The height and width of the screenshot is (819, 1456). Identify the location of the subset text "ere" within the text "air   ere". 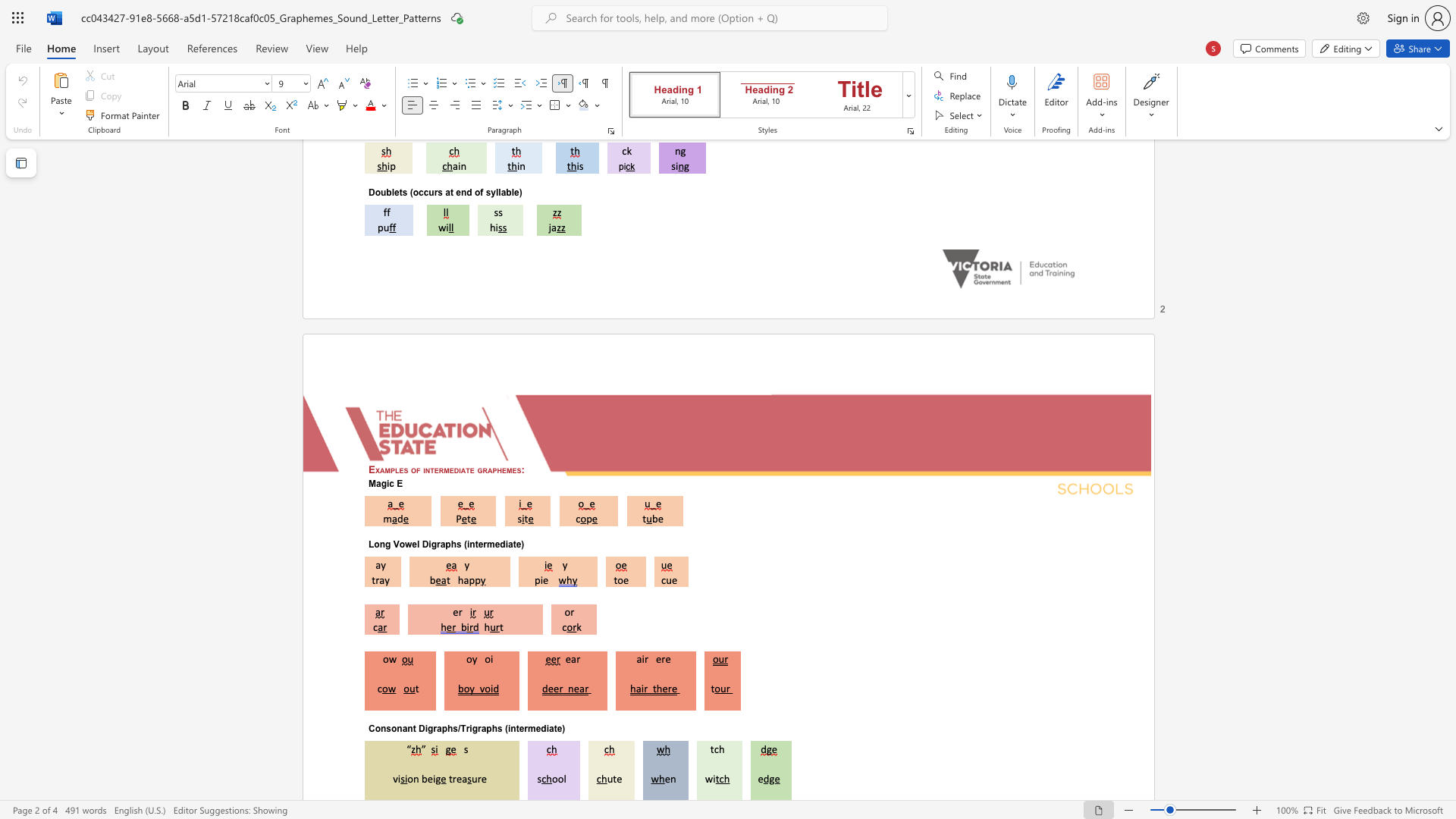
(655, 658).